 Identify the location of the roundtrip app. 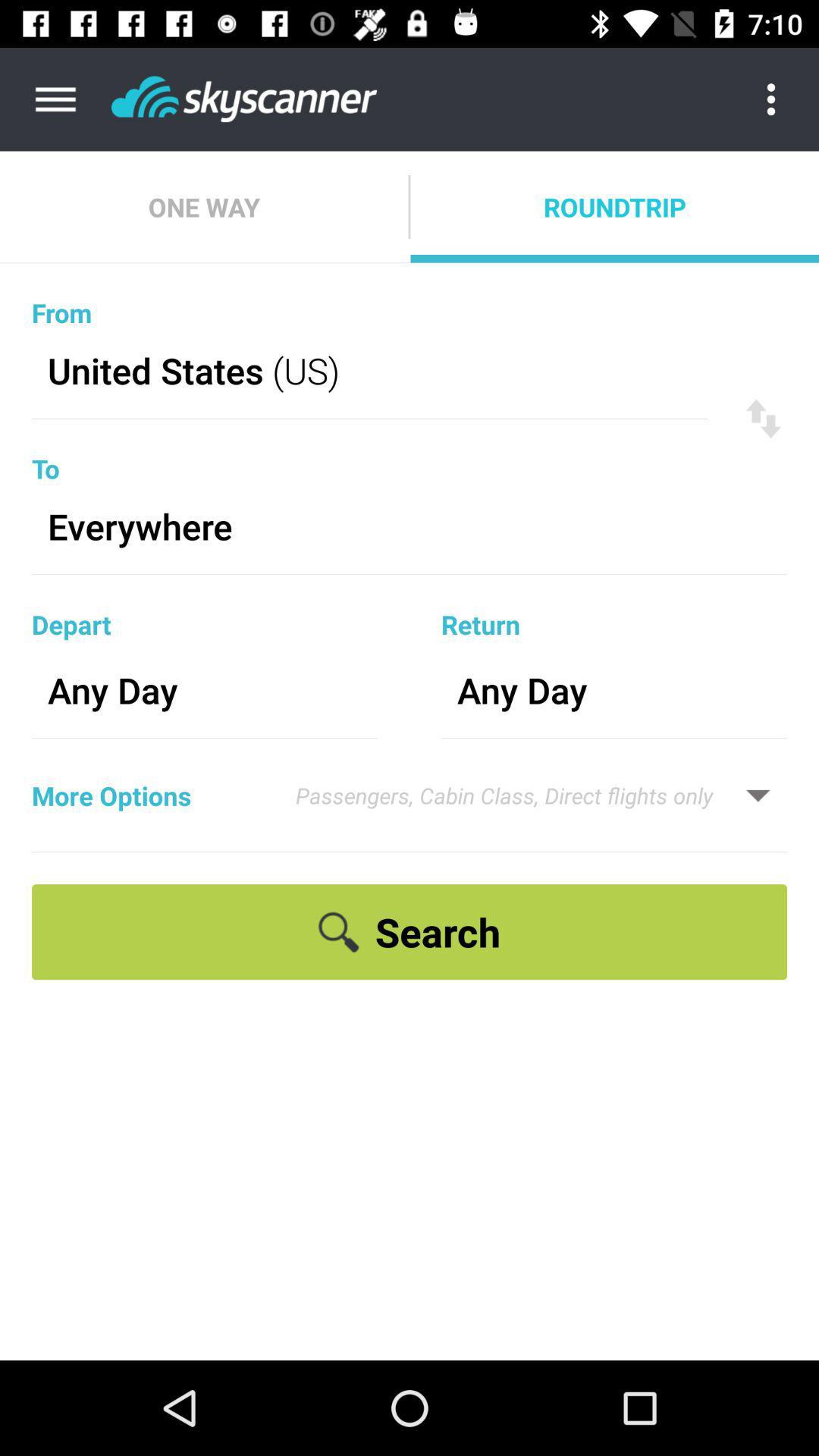
(614, 206).